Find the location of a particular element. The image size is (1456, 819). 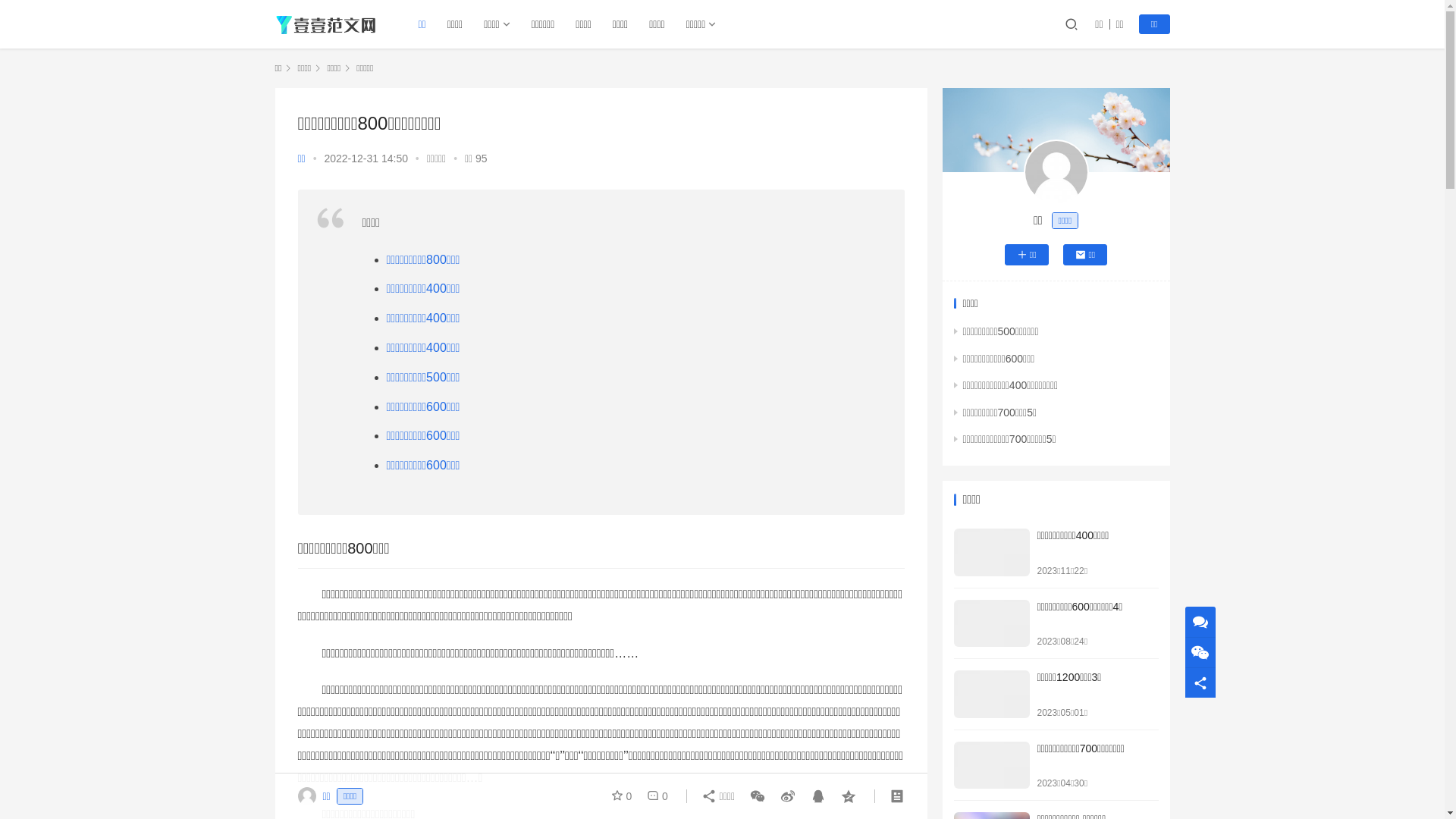

'0' is located at coordinates (640, 795).